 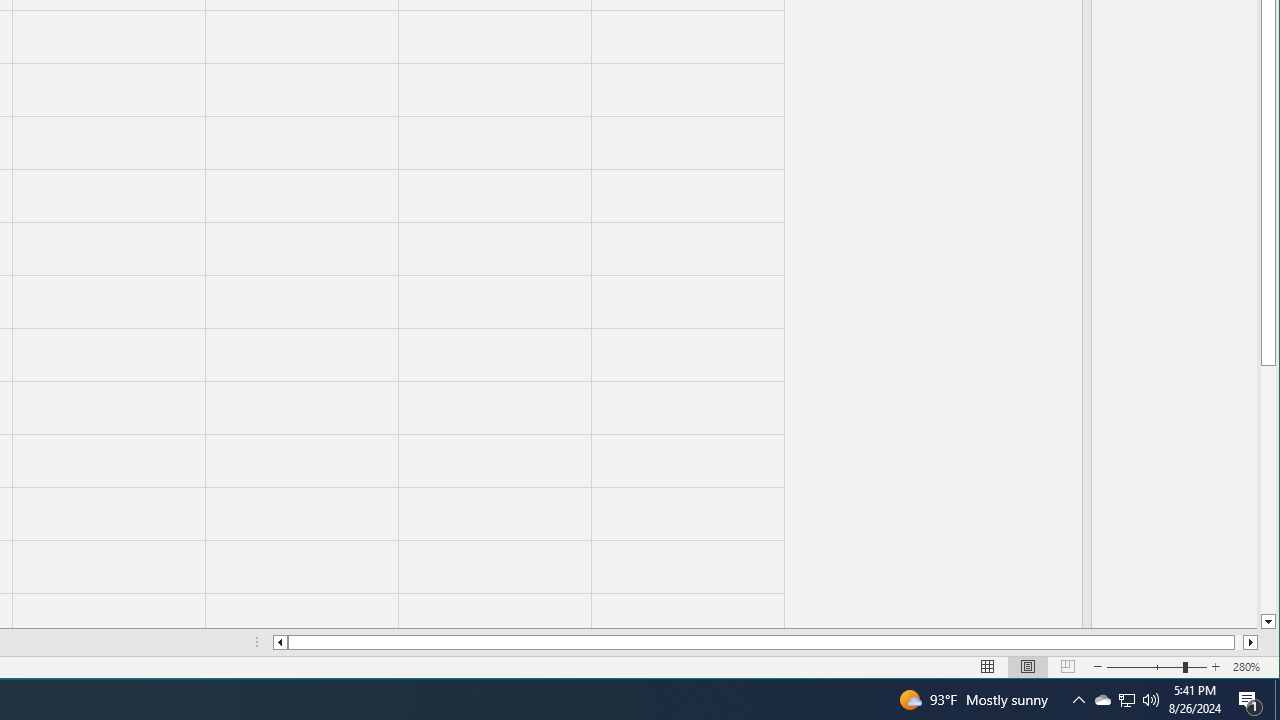 I want to click on 'Q2790: 100%', so click(x=1127, y=698).